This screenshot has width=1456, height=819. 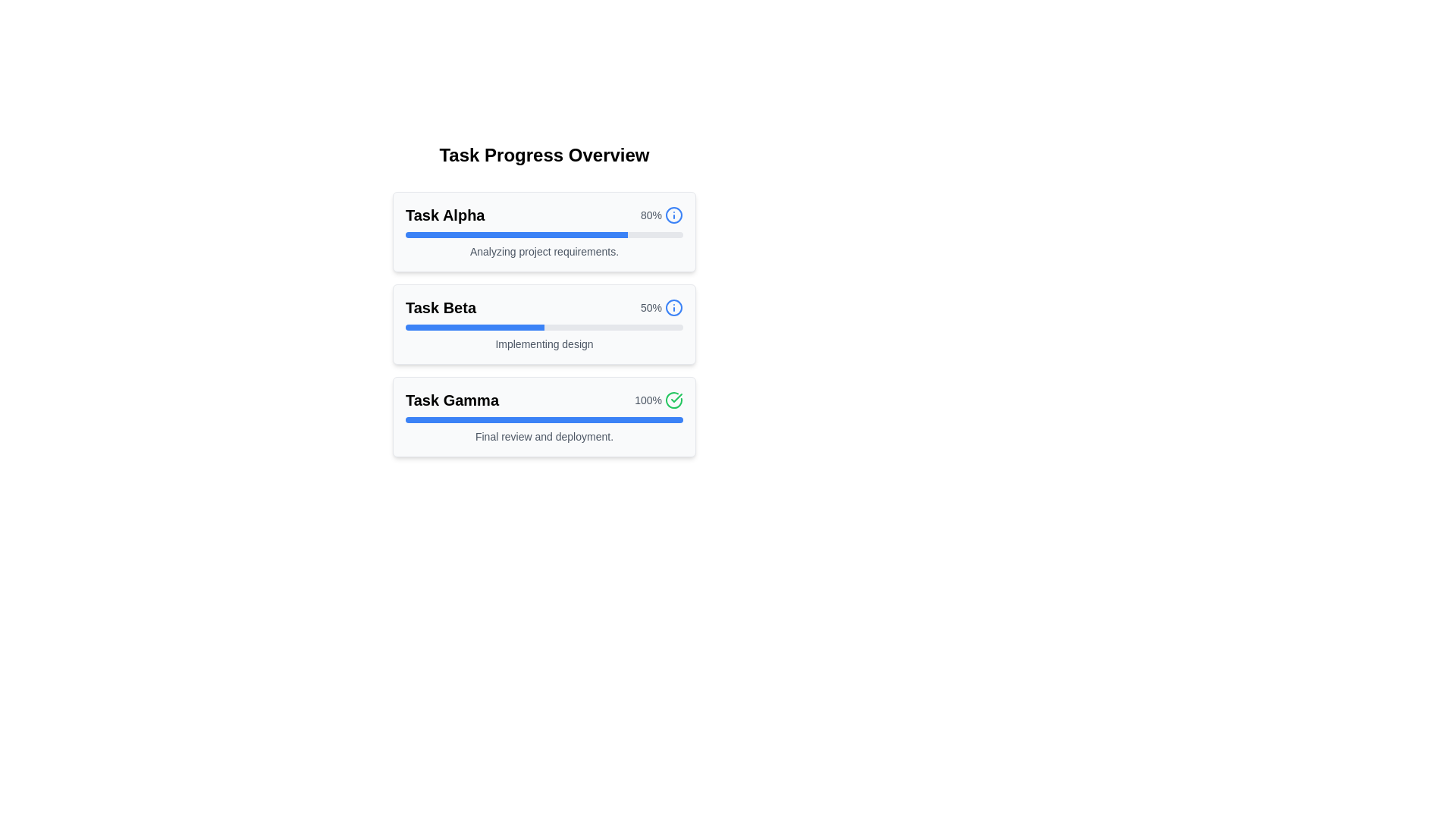 What do you see at coordinates (474, 327) in the screenshot?
I see `the blue-filled segment of the progress bar labeled 'Task Beta' in the 'Task Progress Overview' section` at bounding box center [474, 327].